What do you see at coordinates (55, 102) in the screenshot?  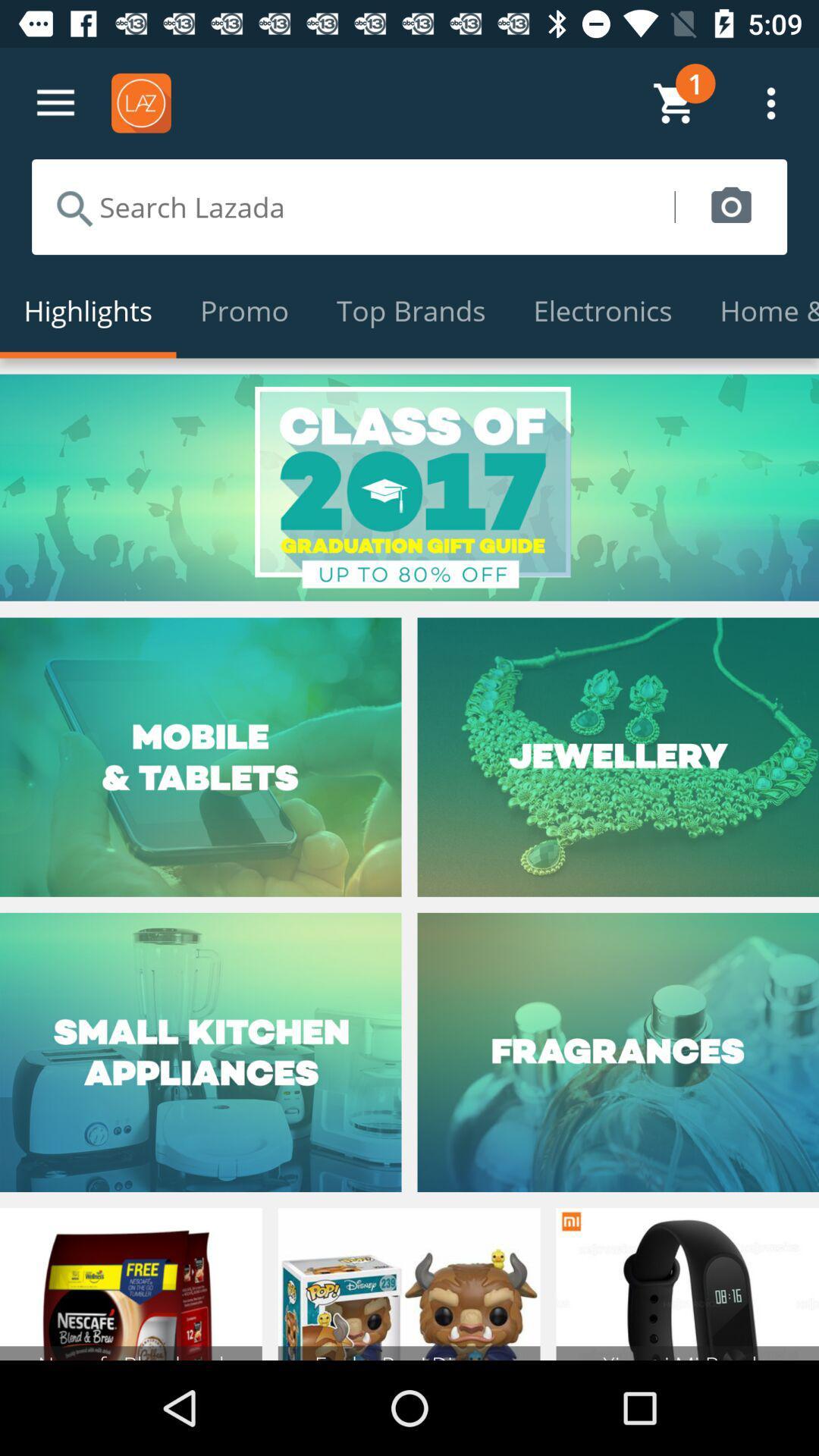 I see `open up menu` at bounding box center [55, 102].